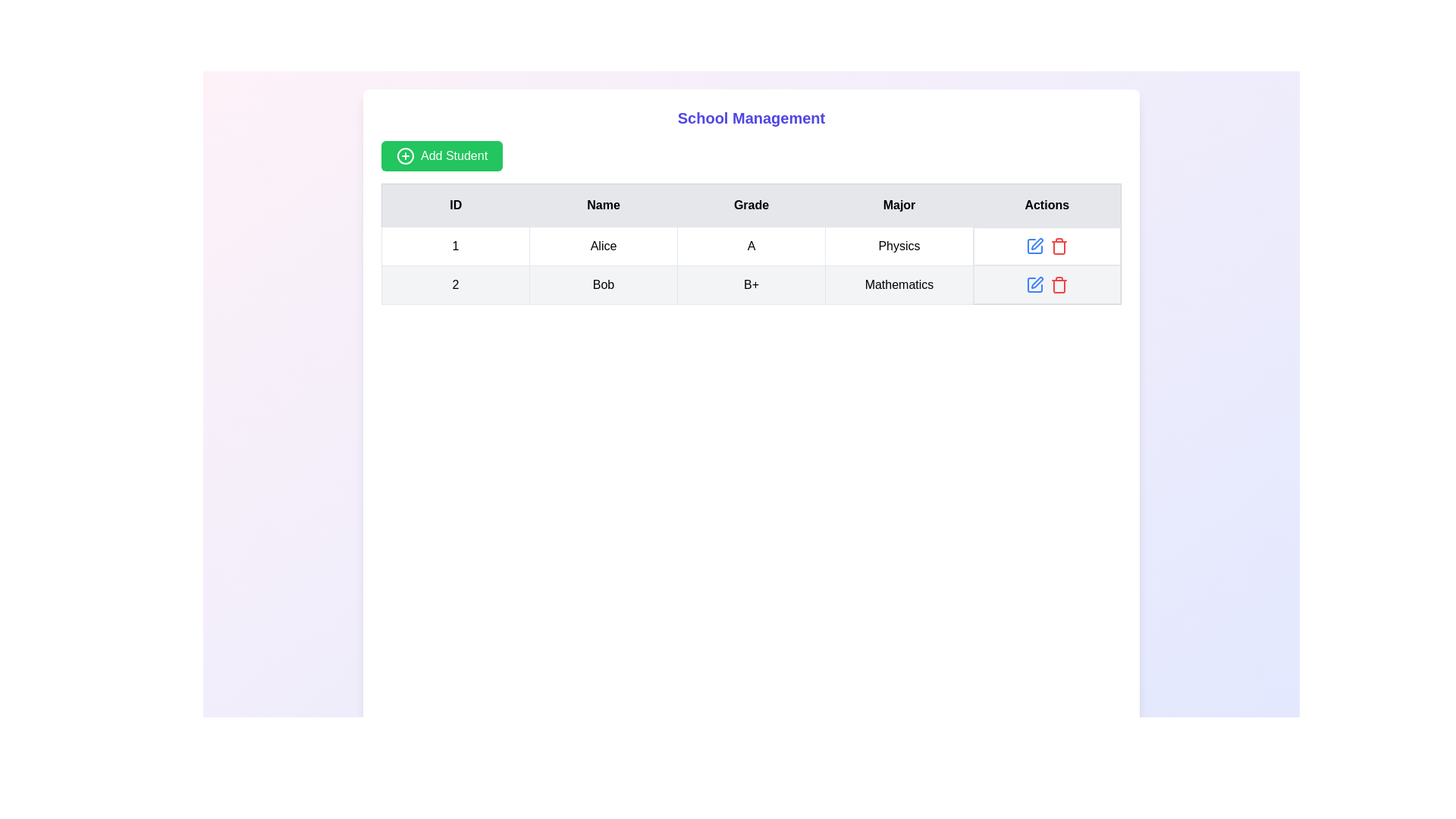 The image size is (1456, 819). Describe the element at coordinates (751, 245) in the screenshot. I see `the table cell displaying the grade 'A' for student 'Alice', which is the third cell in the row with ID '1' under the 'Grade' column` at that location.